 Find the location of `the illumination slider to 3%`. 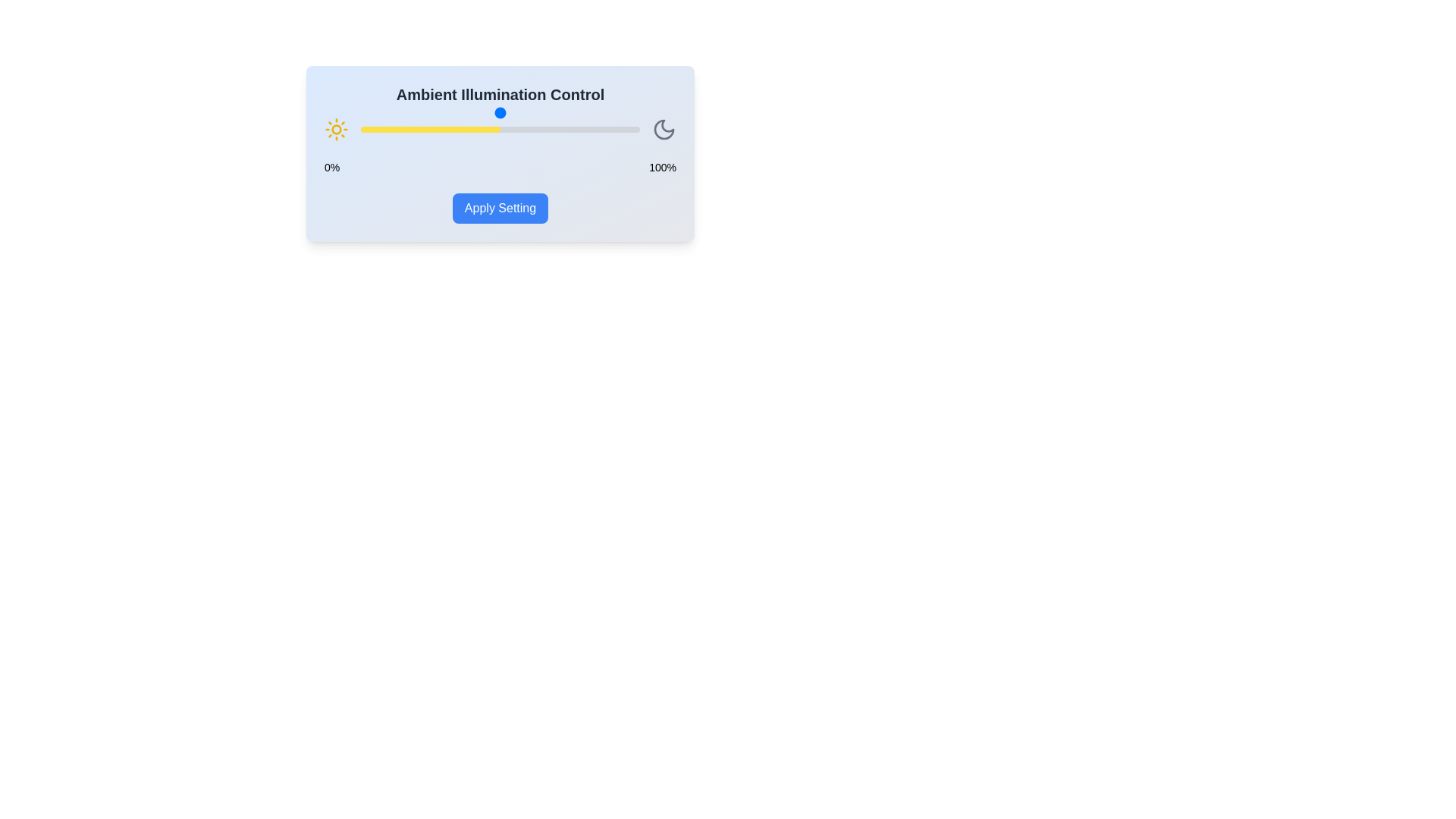

the illumination slider to 3% is located at coordinates (369, 128).